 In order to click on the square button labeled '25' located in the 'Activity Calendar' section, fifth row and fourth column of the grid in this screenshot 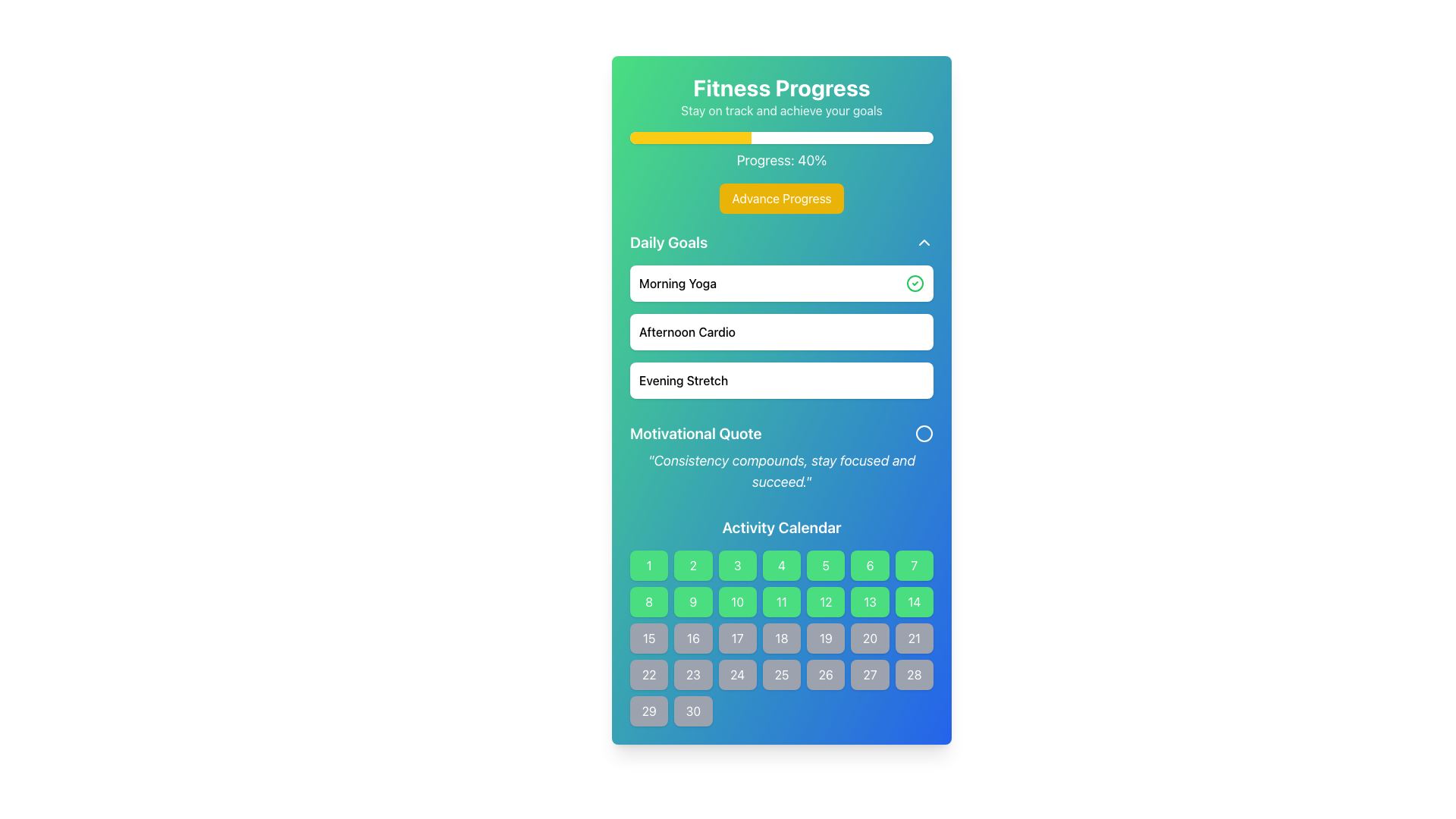, I will do `click(782, 674)`.